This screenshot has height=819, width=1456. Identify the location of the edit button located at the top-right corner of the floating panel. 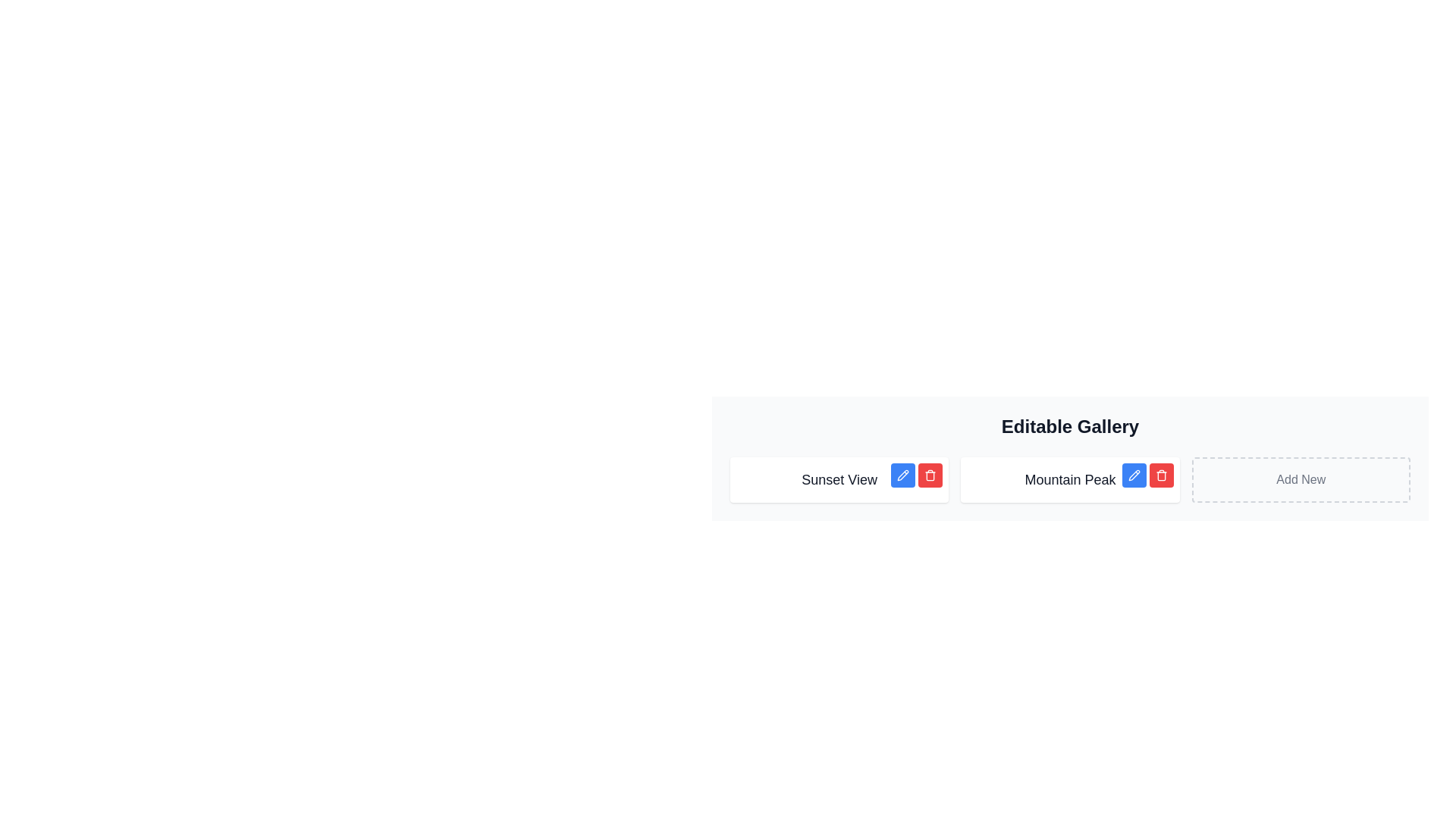
(902, 475).